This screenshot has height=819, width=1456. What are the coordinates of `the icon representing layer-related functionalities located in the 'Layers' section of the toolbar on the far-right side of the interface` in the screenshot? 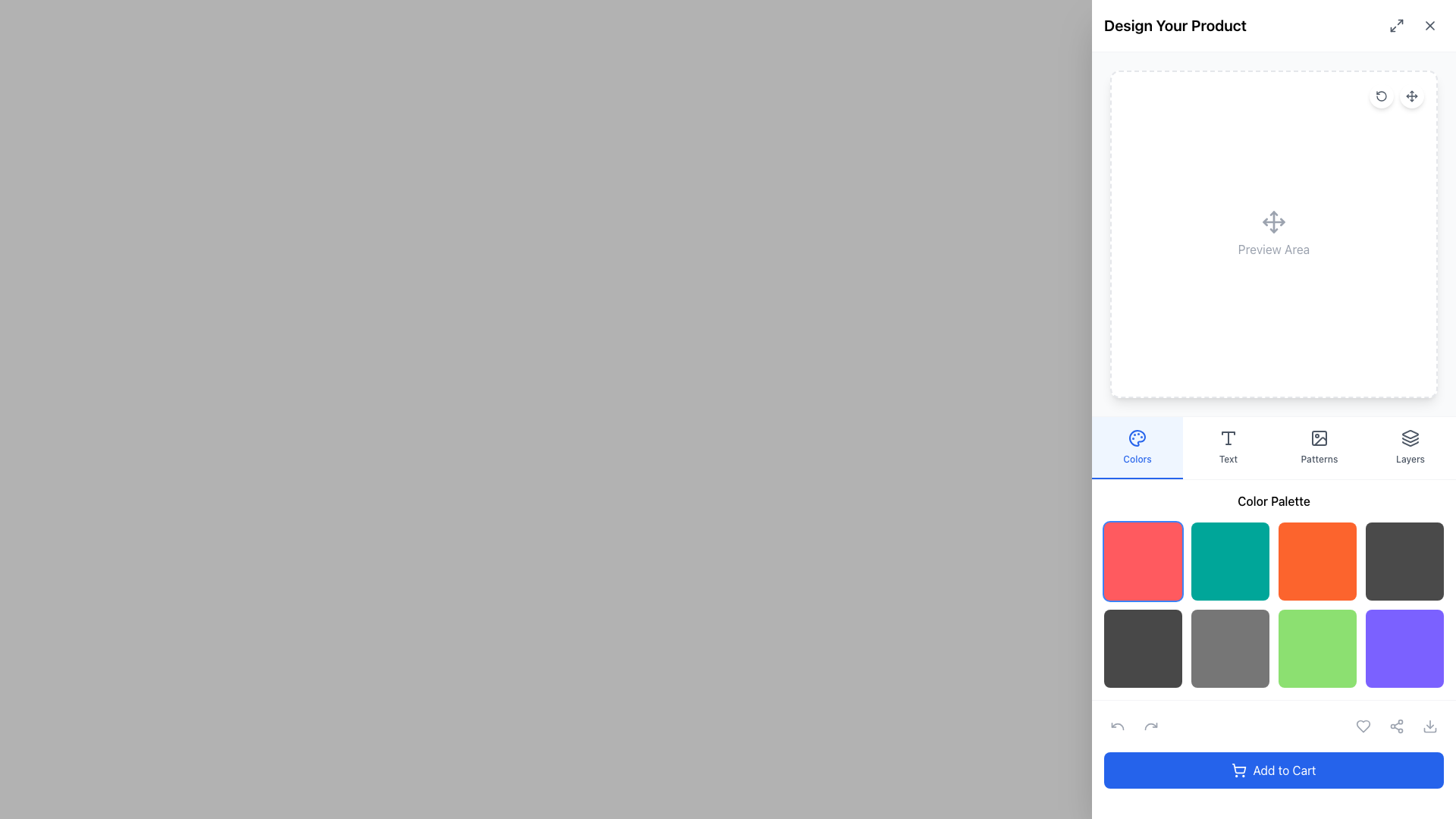 It's located at (1410, 438).